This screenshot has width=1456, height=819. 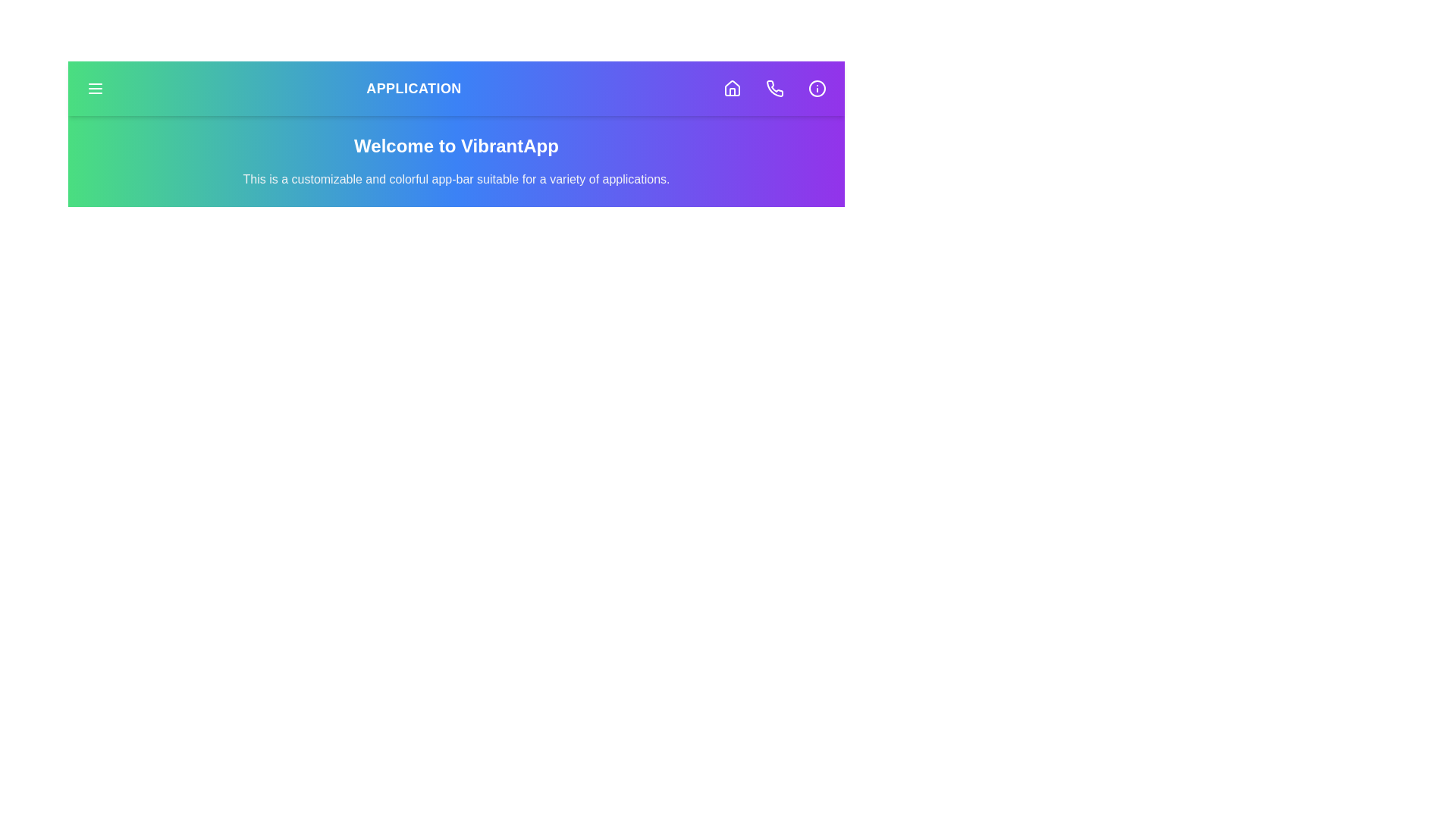 What do you see at coordinates (775, 88) in the screenshot?
I see `phone button in the navigation bar` at bounding box center [775, 88].